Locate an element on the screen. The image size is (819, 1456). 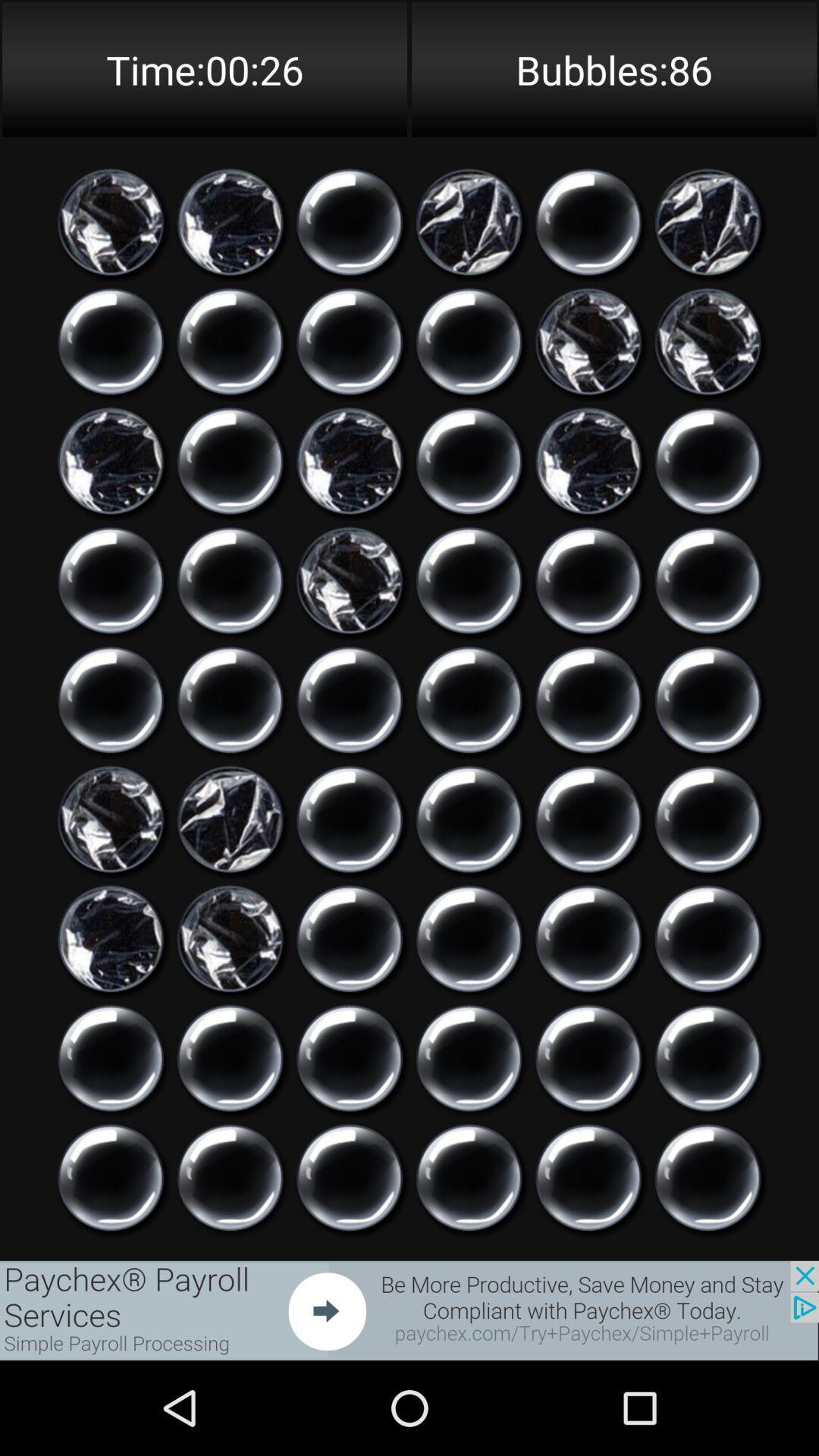
the refresh icon is located at coordinates (588, 621).